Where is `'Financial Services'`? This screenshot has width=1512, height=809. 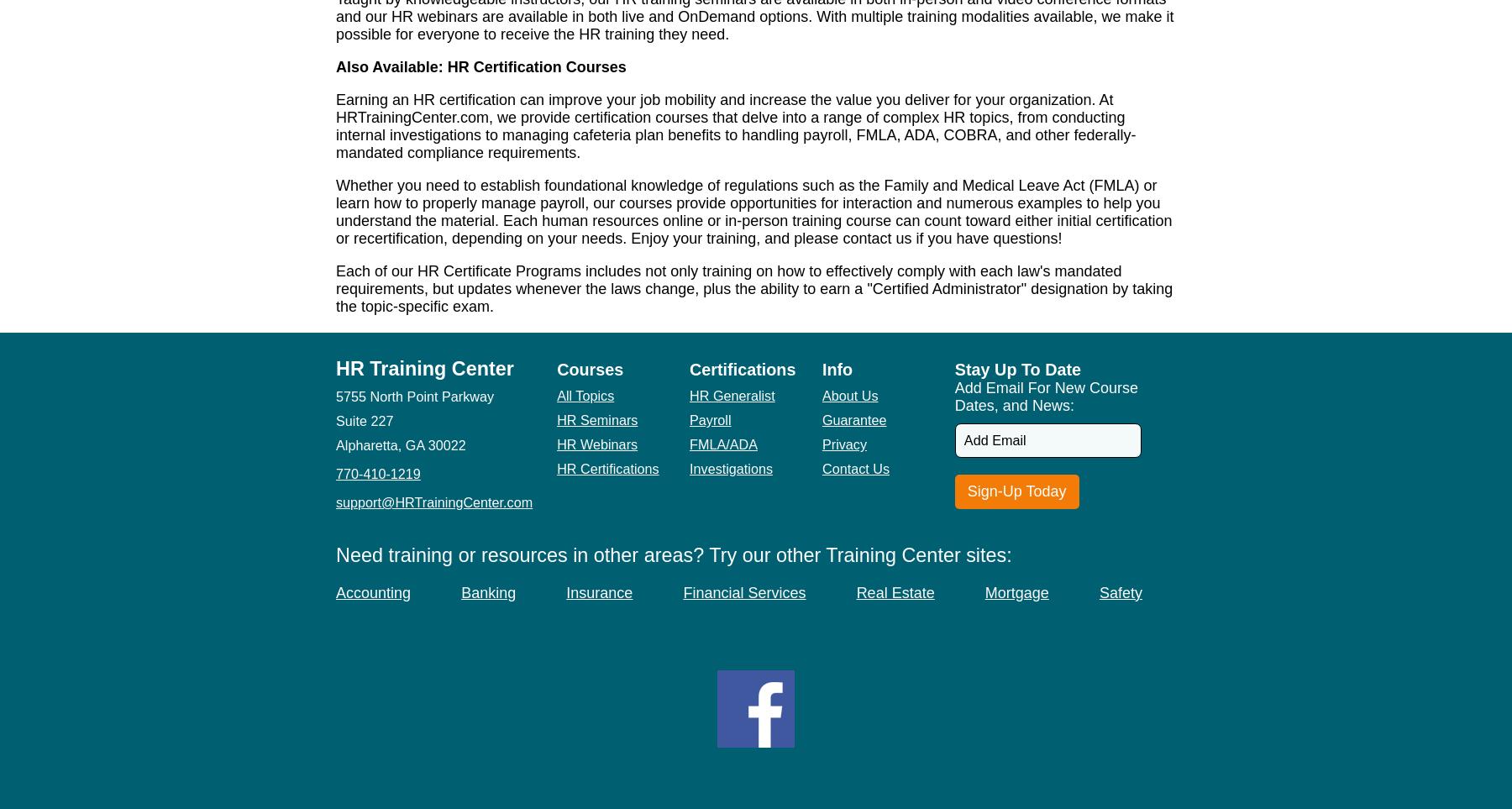
'Financial Services' is located at coordinates (743, 591).